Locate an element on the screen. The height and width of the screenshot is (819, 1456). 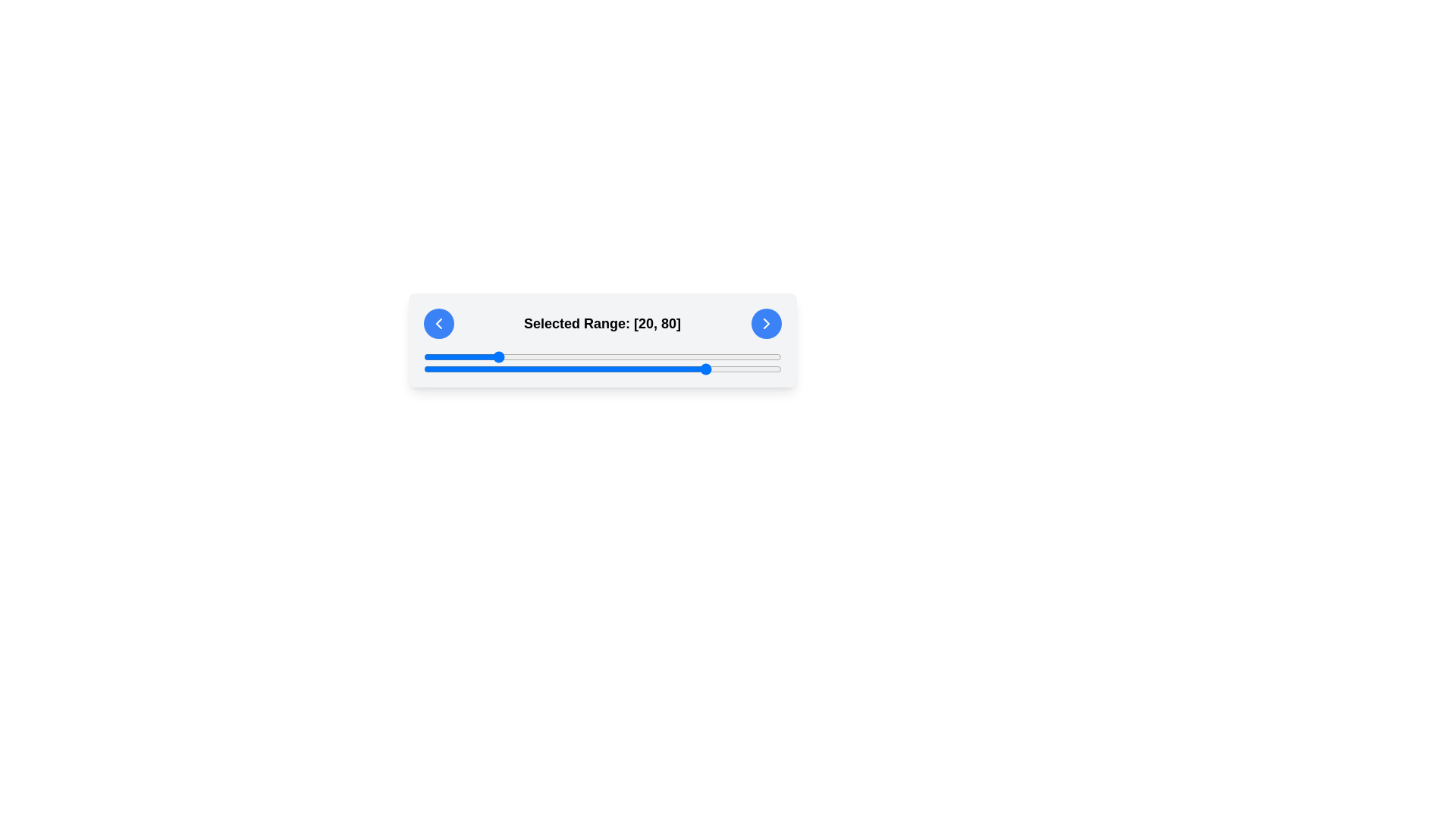
the slider is located at coordinates (705, 369).